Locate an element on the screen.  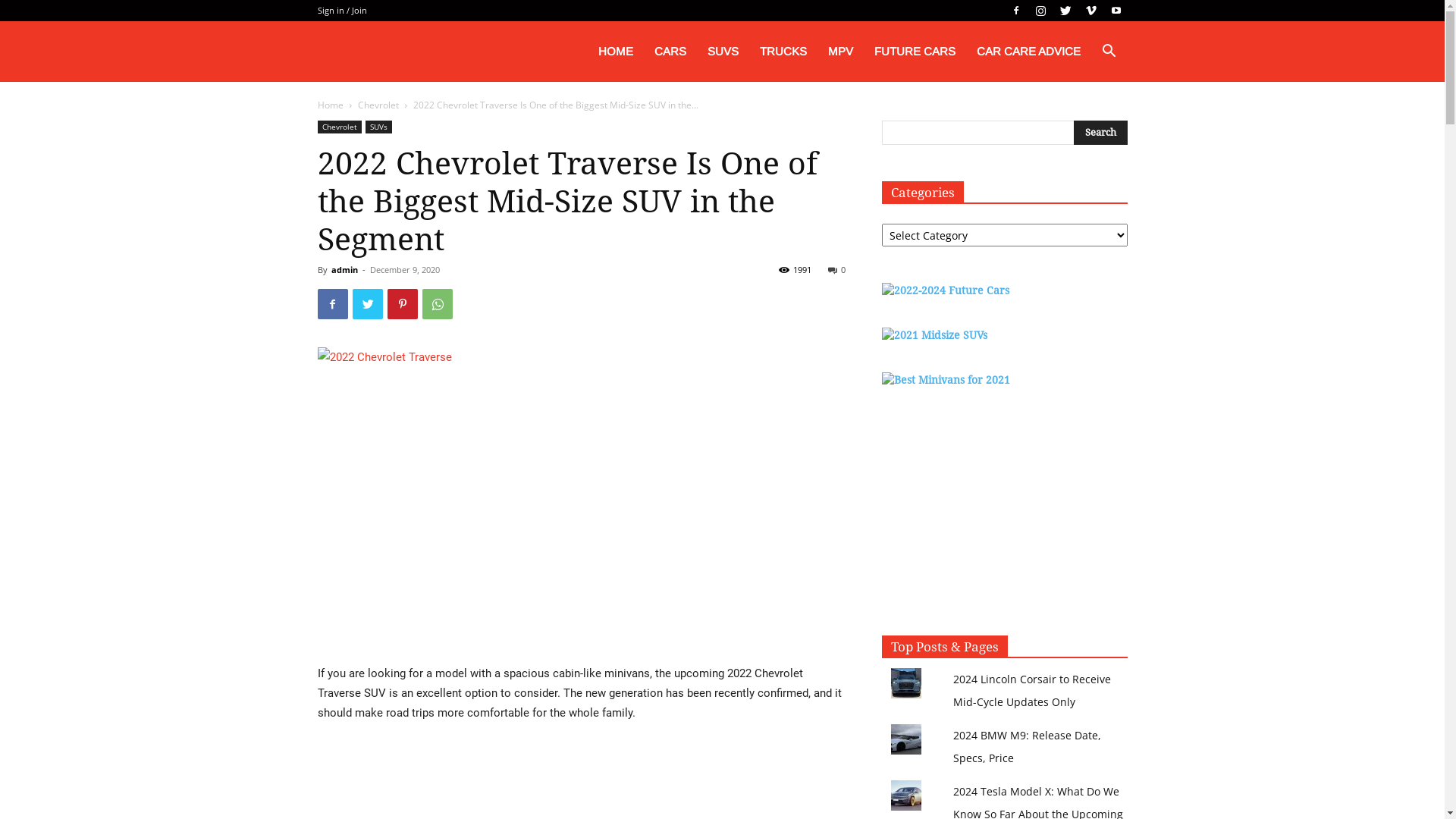
'Instagram' is located at coordinates (1040, 11).